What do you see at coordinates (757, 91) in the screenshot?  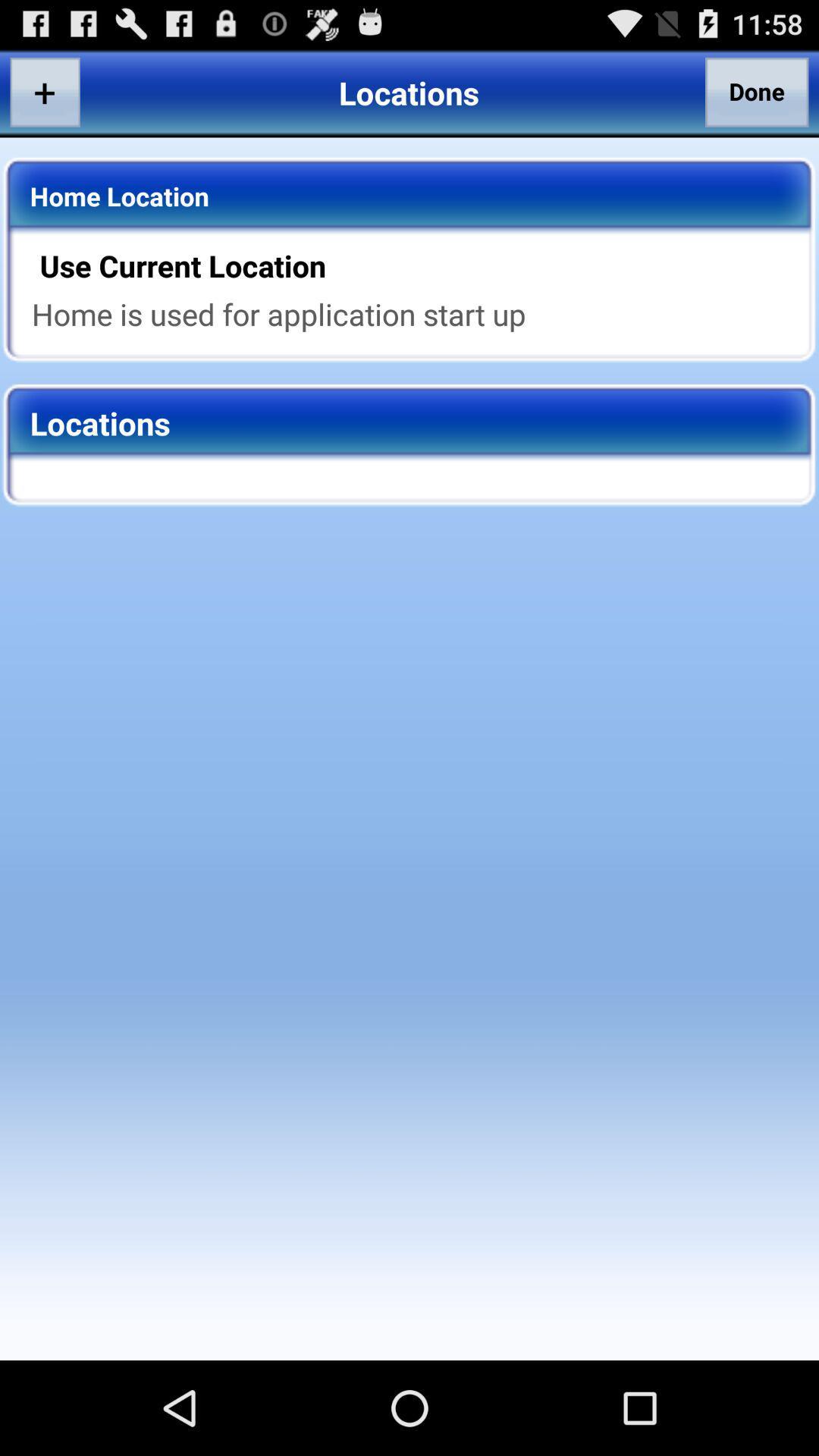 I see `the icon at the top right corner` at bounding box center [757, 91].